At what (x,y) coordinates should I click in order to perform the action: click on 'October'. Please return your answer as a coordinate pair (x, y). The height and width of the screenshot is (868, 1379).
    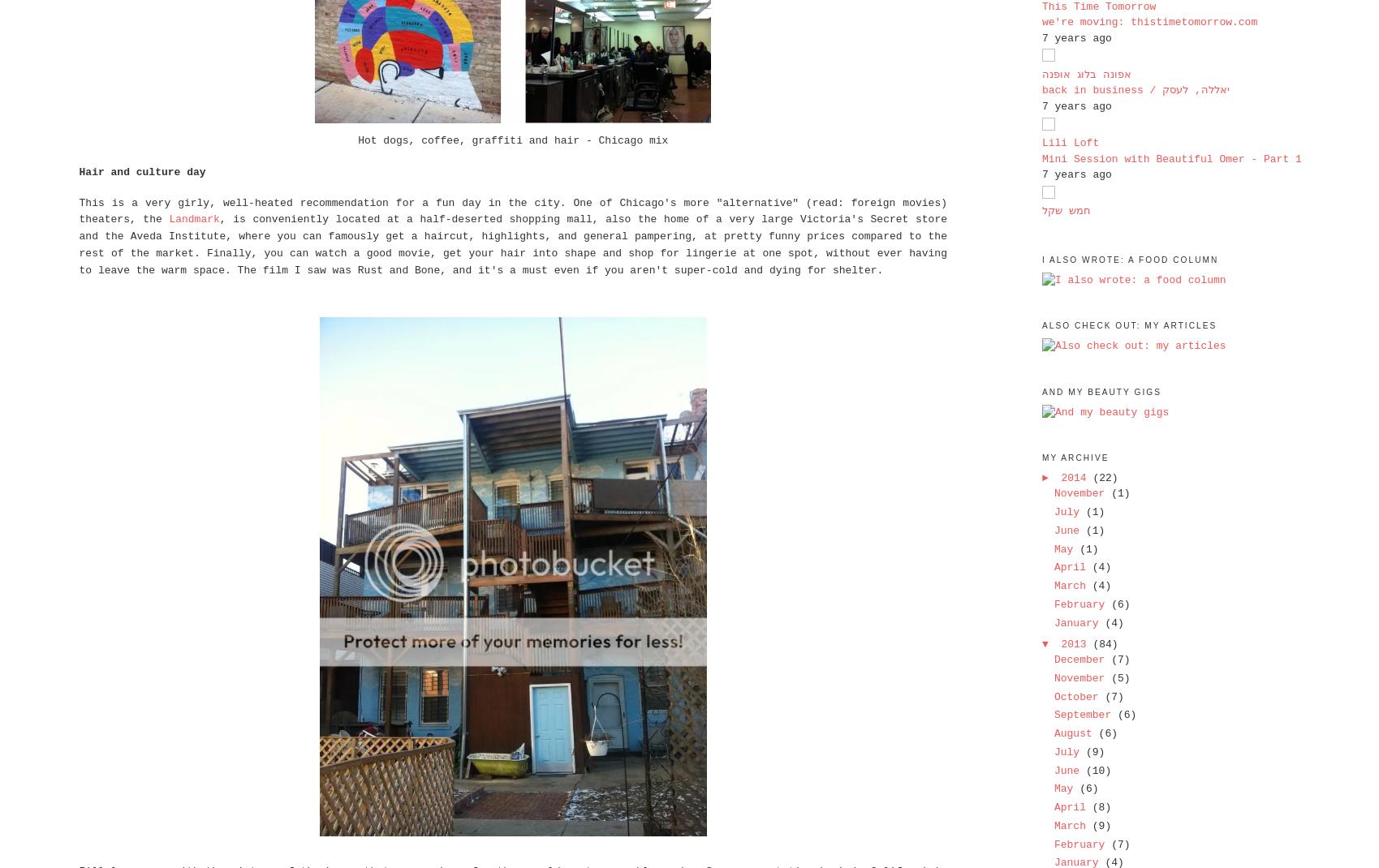
    Looking at the image, I should click on (1079, 696).